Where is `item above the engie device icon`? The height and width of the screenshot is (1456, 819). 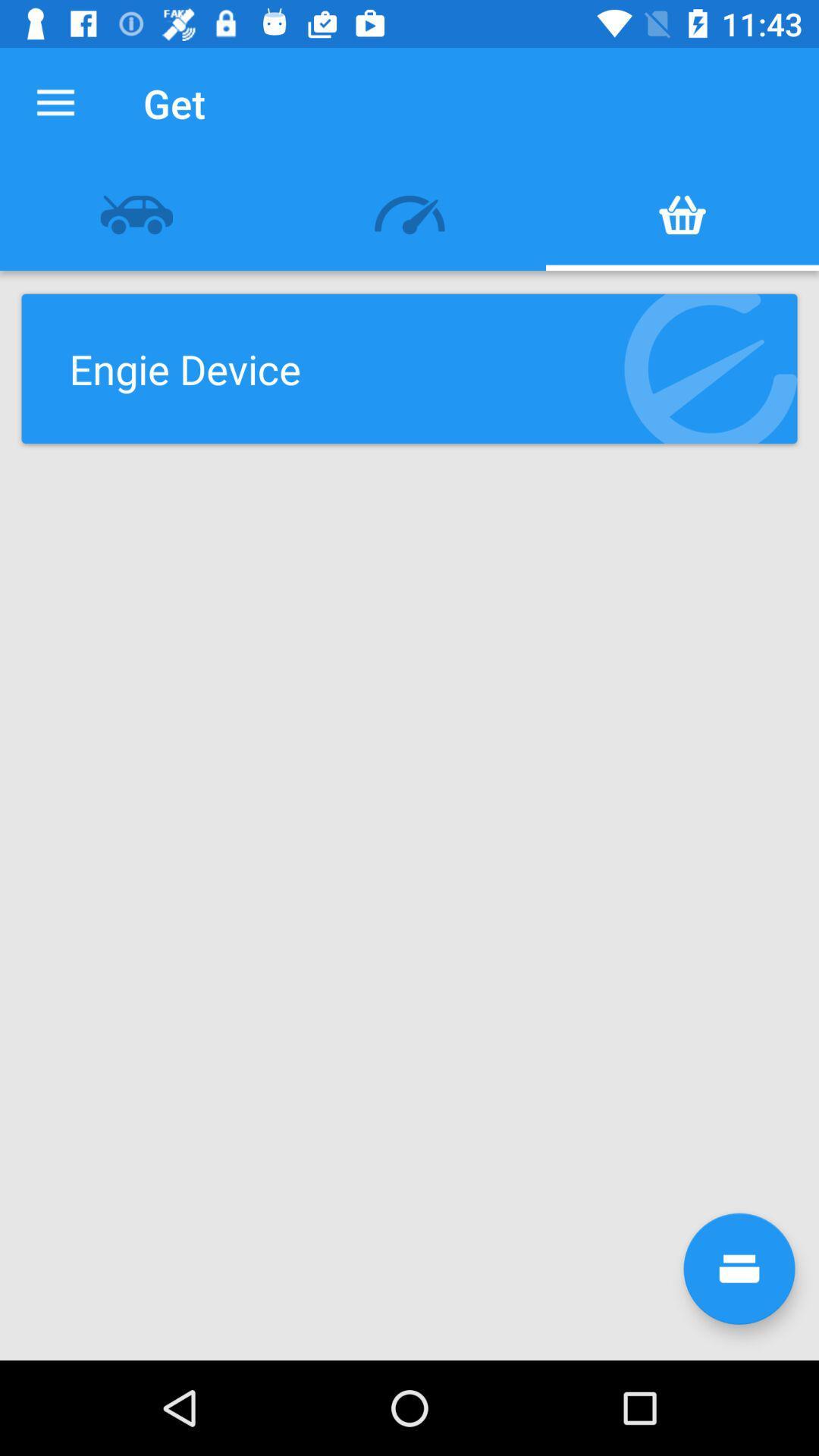
item above the engie device icon is located at coordinates (136, 214).